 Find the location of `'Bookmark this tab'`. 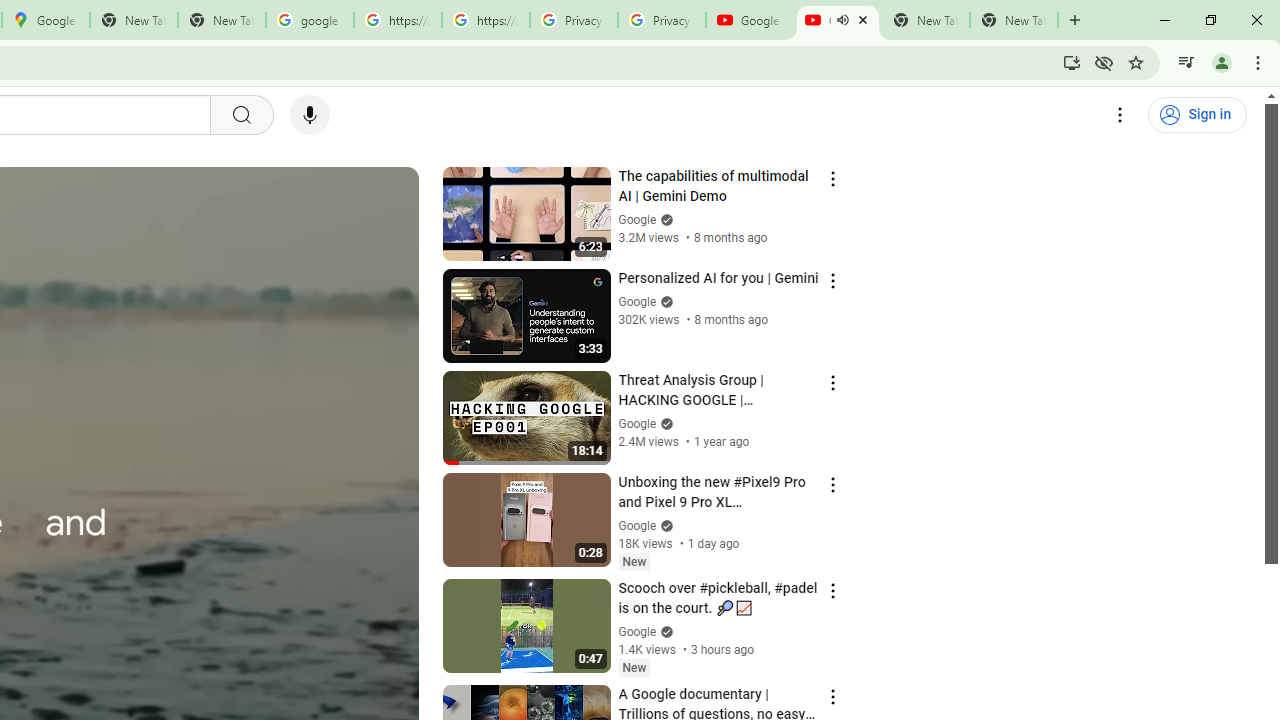

'Bookmark this tab' is located at coordinates (1136, 61).